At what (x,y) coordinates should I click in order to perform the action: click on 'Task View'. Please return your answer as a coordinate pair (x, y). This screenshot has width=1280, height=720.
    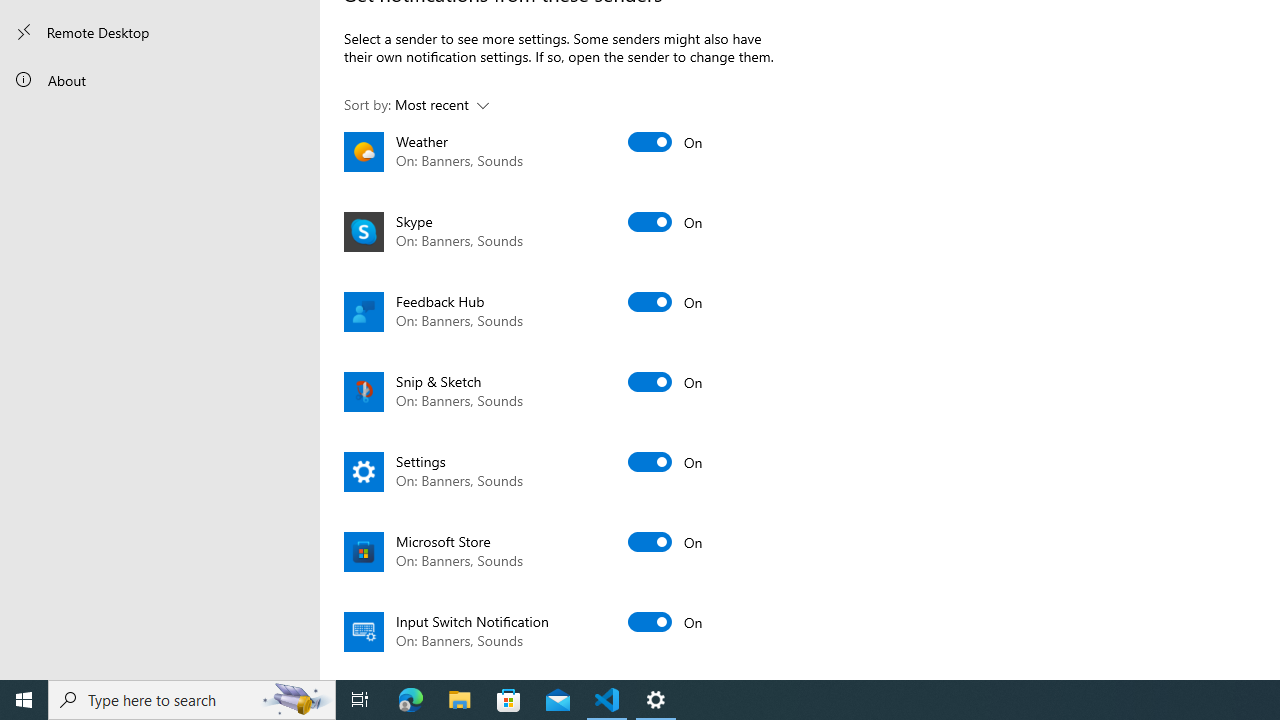
    Looking at the image, I should click on (359, 698).